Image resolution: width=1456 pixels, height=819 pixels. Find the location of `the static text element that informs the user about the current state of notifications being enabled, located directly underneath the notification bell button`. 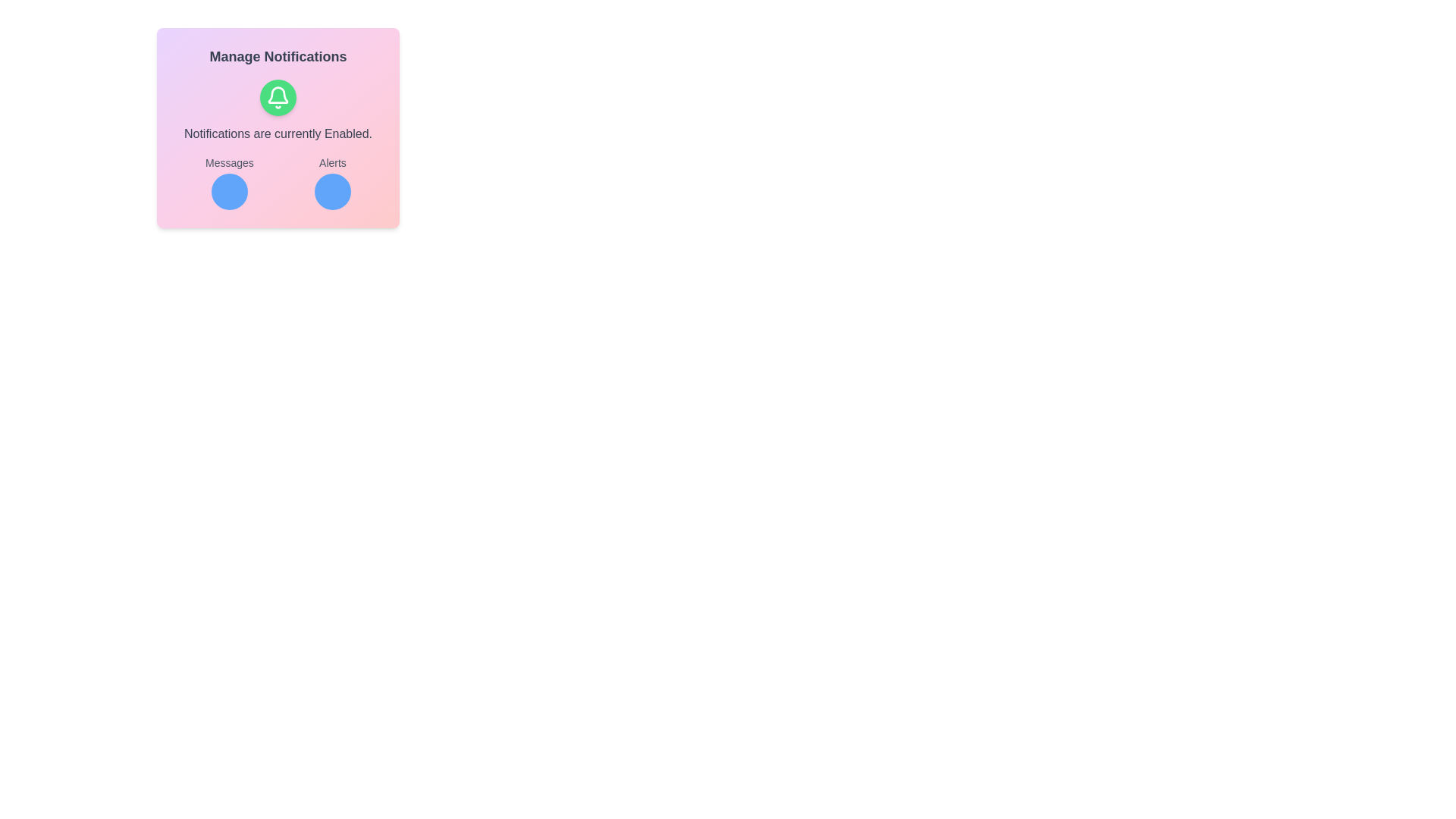

the static text element that informs the user about the current state of notifications being enabled, located directly underneath the notification bell button is located at coordinates (278, 133).